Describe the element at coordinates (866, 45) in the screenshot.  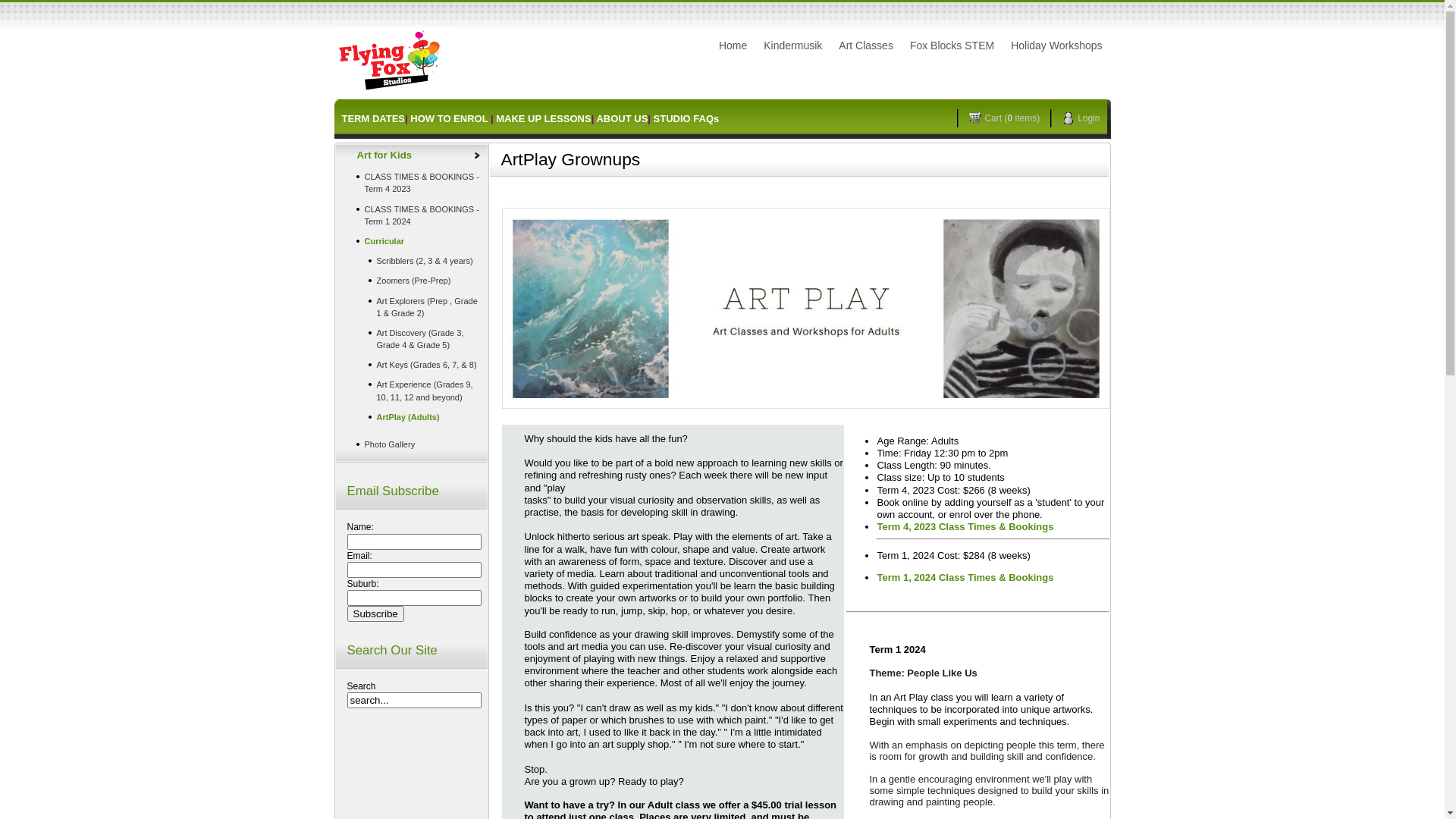
I see `'Art Classes'` at that location.